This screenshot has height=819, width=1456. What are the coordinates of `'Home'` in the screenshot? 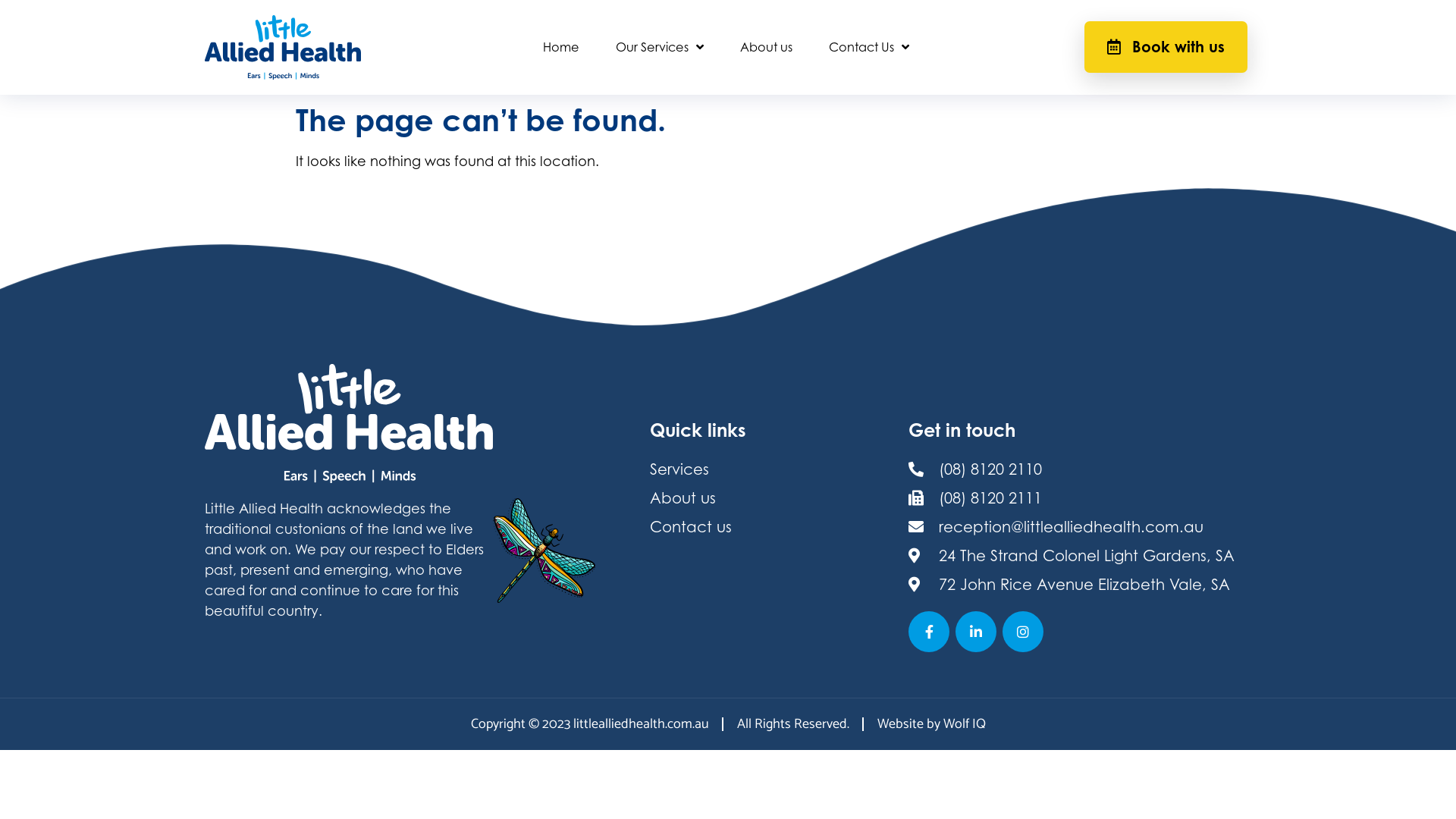 It's located at (560, 45).